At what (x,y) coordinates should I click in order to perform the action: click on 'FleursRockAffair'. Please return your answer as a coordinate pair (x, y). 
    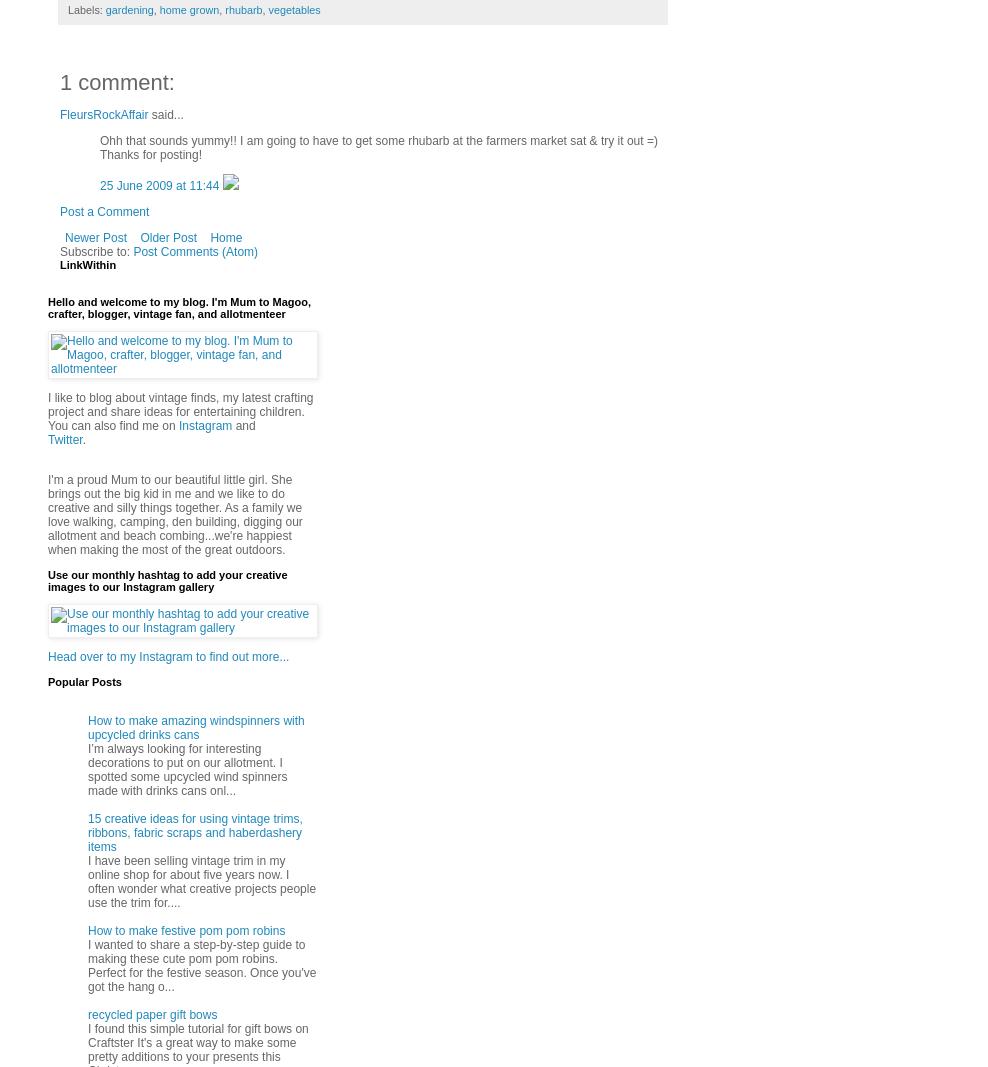
    Looking at the image, I should click on (104, 114).